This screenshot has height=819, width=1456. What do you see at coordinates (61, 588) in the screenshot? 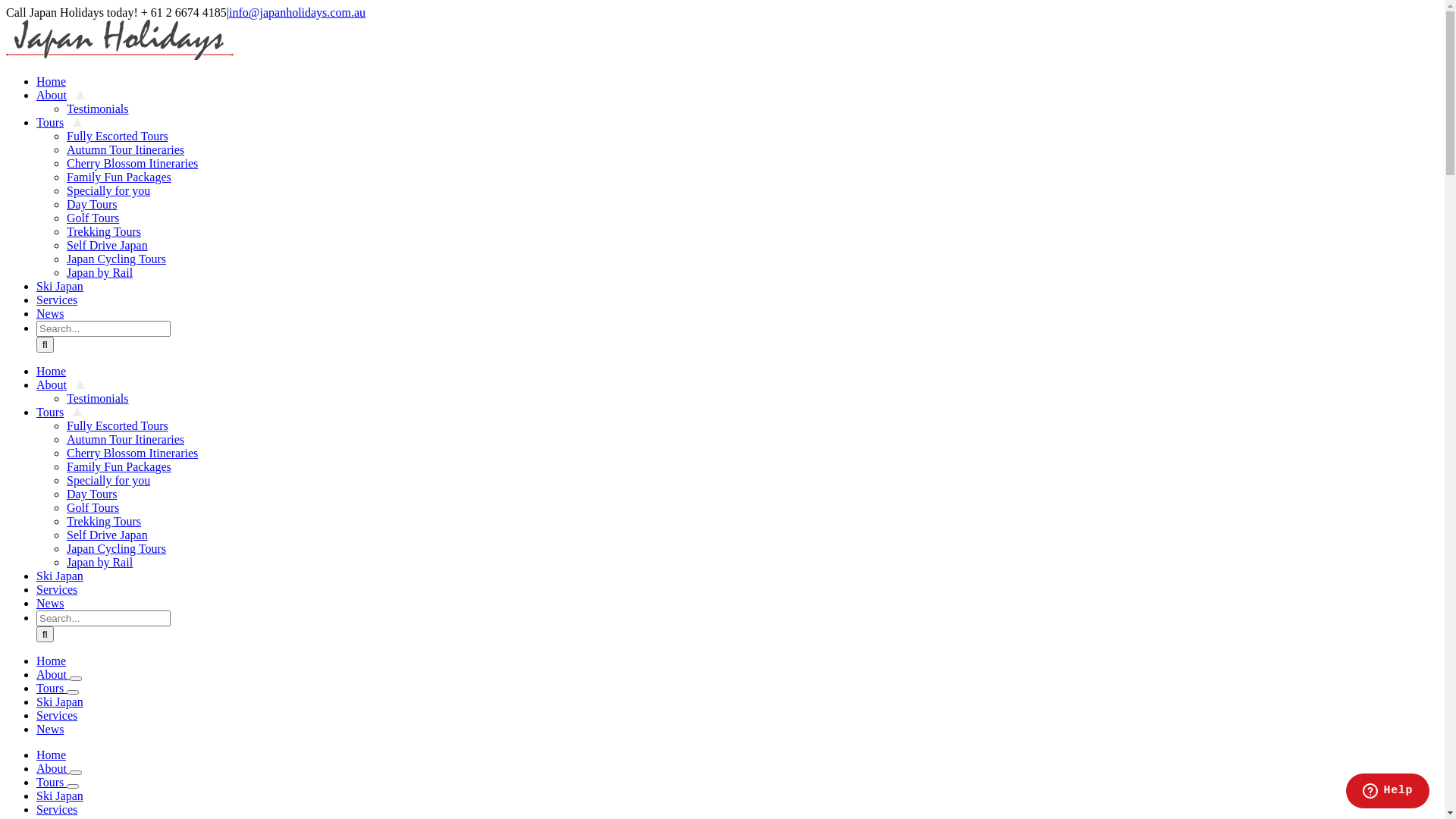
I see `'Services'` at bounding box center [61, 588].